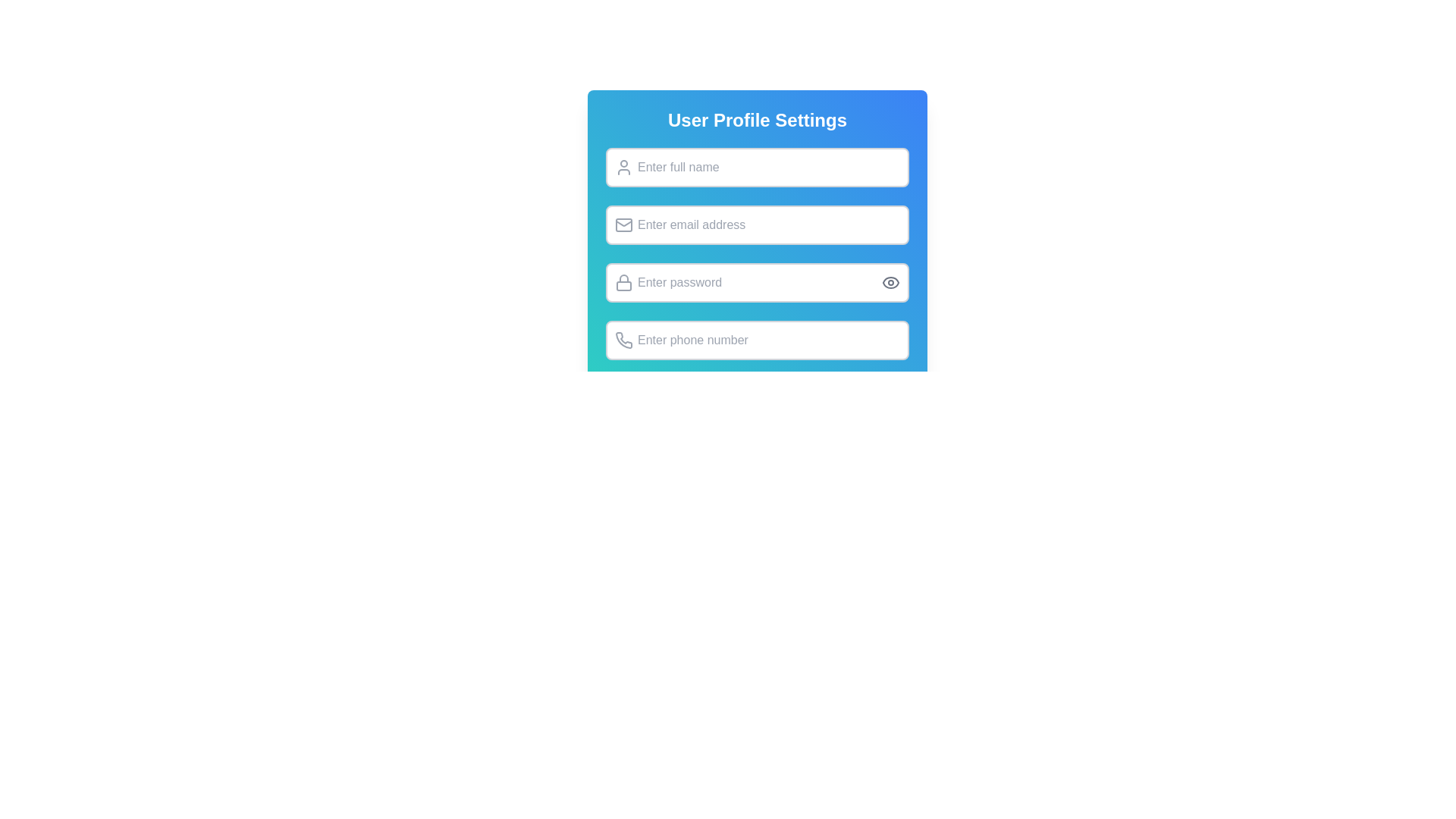  What do you see at coordinates (623, 339) in the screenshot?
I see `the phone number input icon located at the leftmost position in the User Profile Settings form, directly above the bottom border and aligned with the placeholder text` at bounding box center [623, 339].